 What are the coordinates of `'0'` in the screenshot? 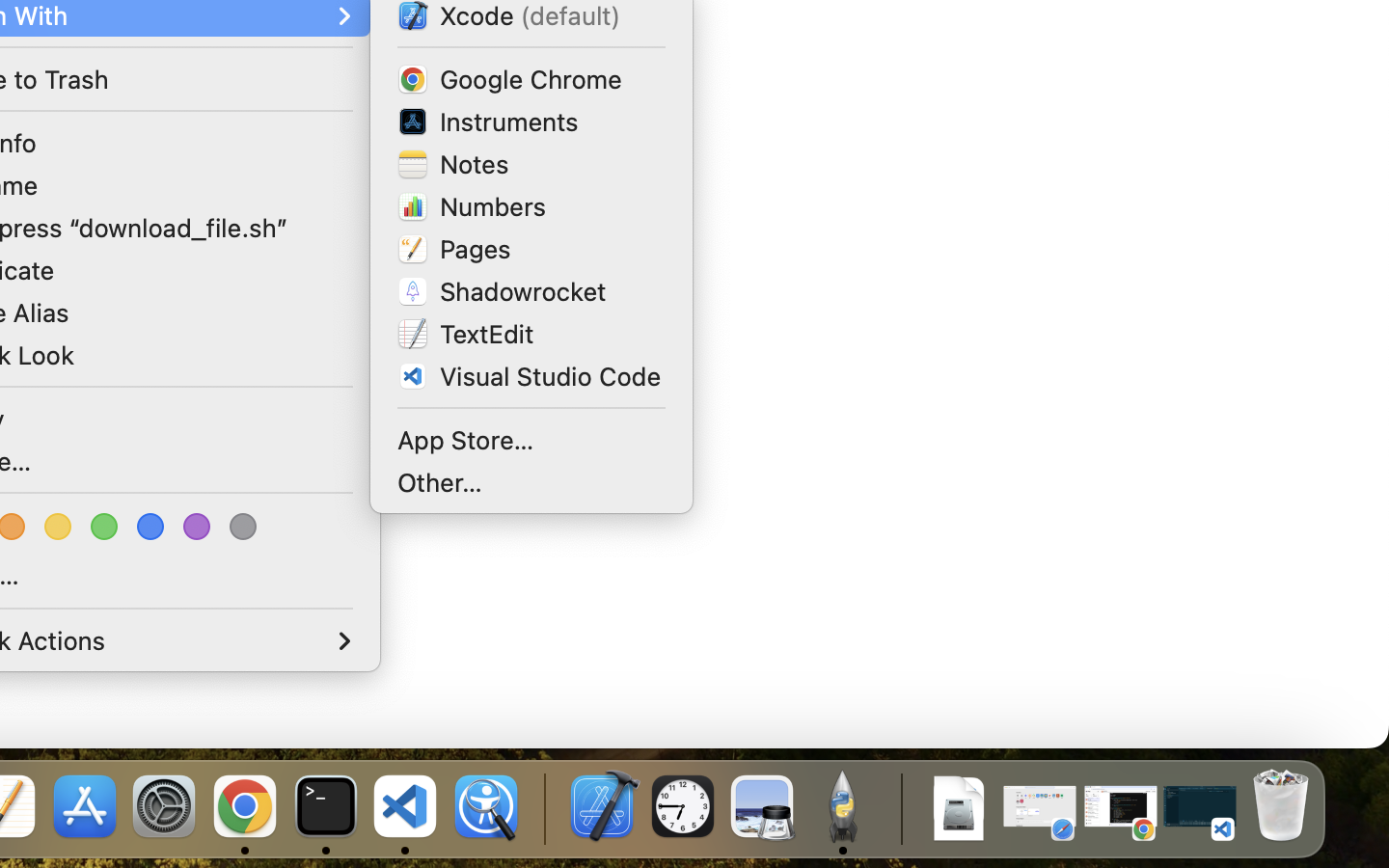 It's located at (60, 526).